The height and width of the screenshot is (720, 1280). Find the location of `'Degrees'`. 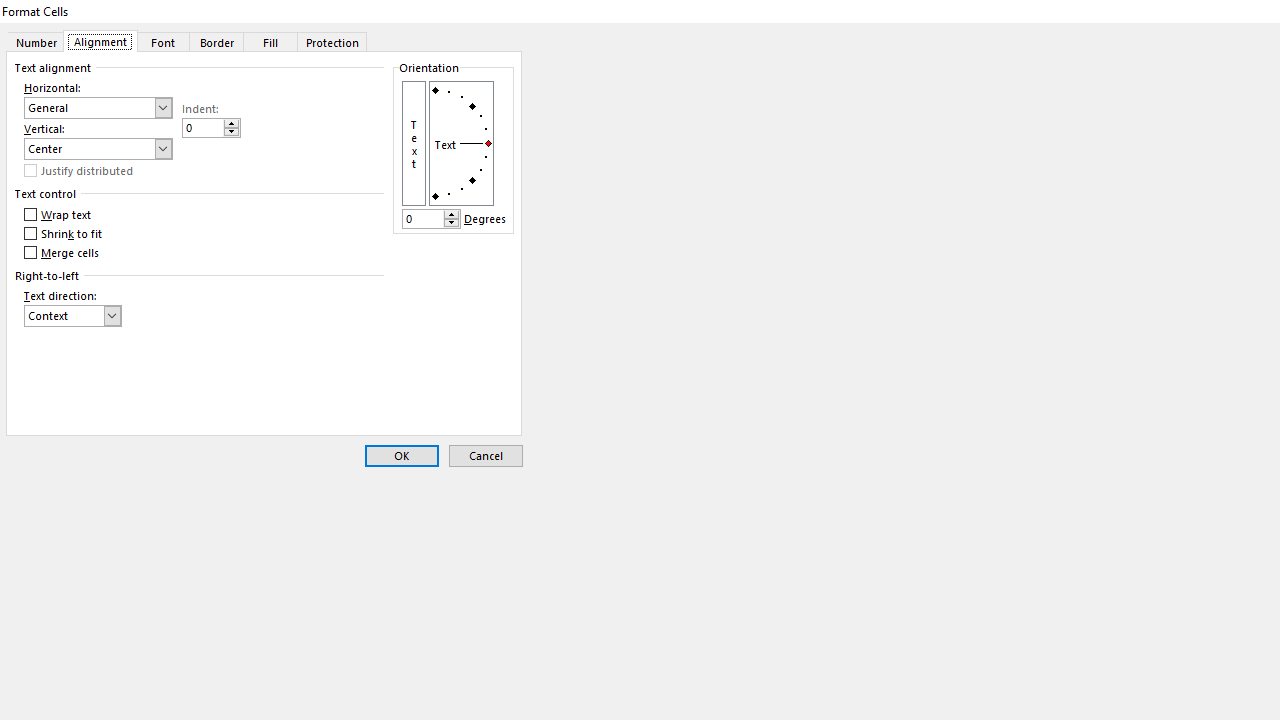

'Degrees' is located at coordinates (430, 218).